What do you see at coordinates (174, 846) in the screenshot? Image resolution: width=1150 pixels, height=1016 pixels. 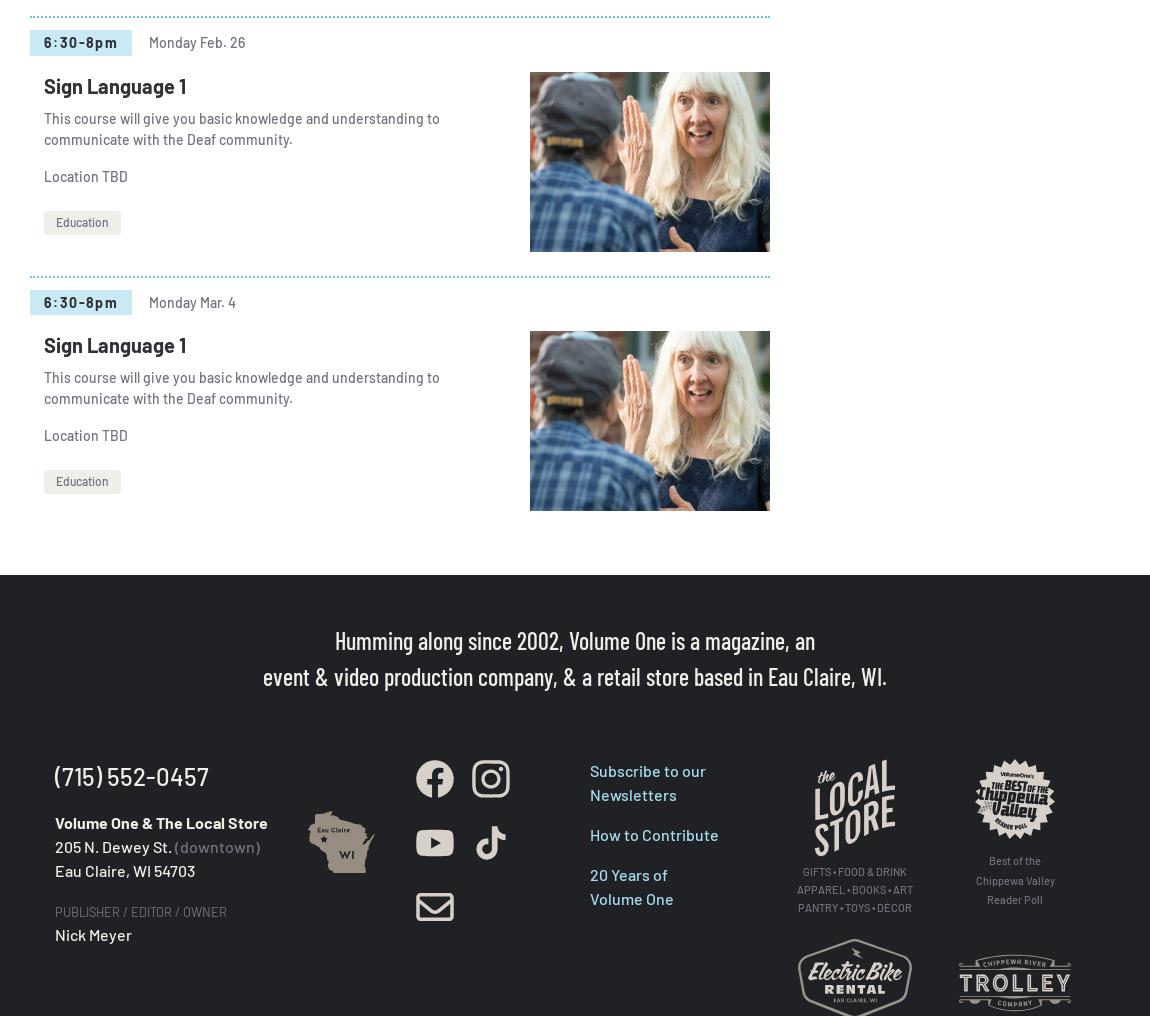 I see `'(downtown)'` at bounding box center [174, 846].